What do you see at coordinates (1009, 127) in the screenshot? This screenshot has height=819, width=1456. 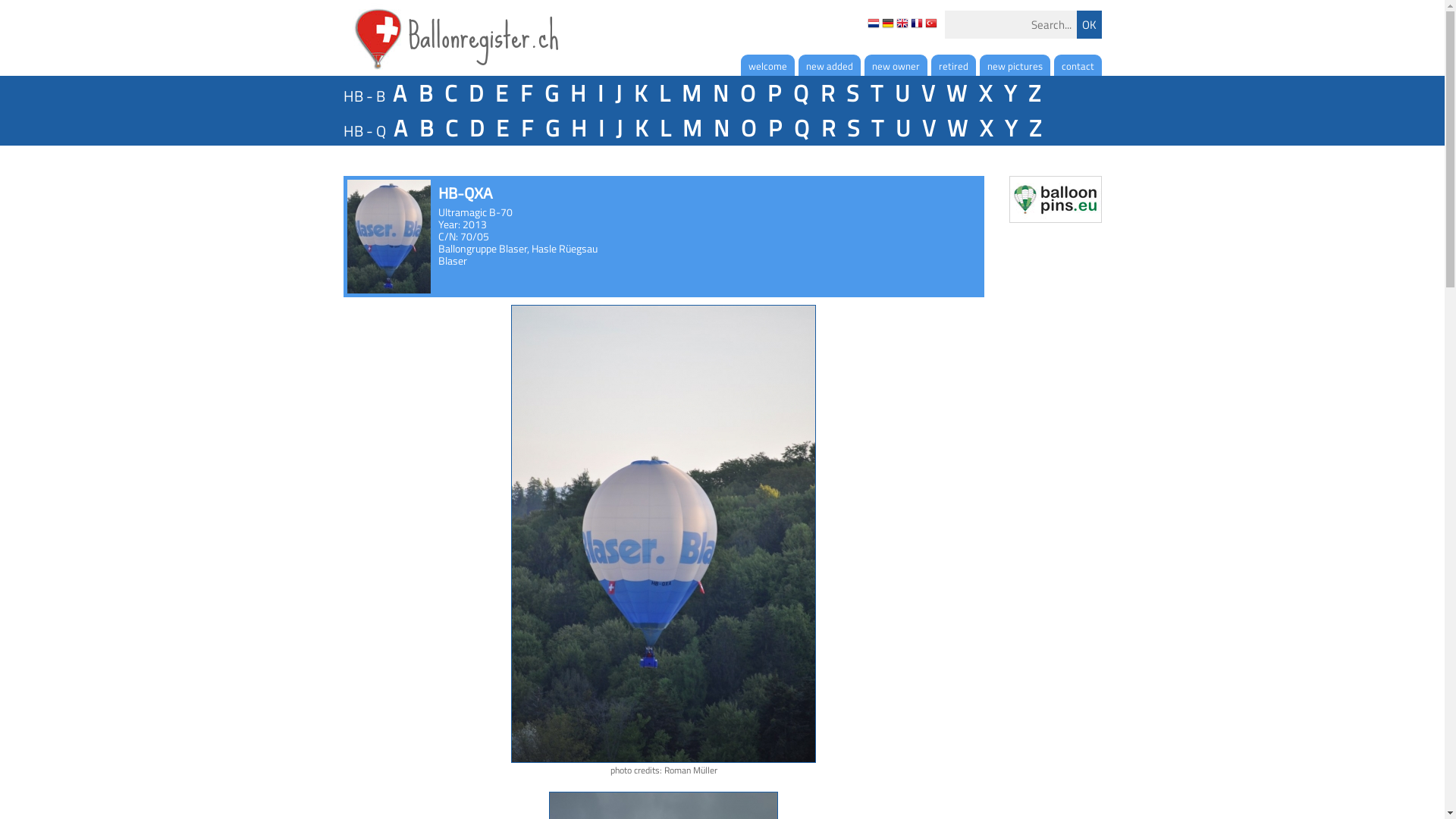 I see `'Y'` at bounding box center [1009, 127].